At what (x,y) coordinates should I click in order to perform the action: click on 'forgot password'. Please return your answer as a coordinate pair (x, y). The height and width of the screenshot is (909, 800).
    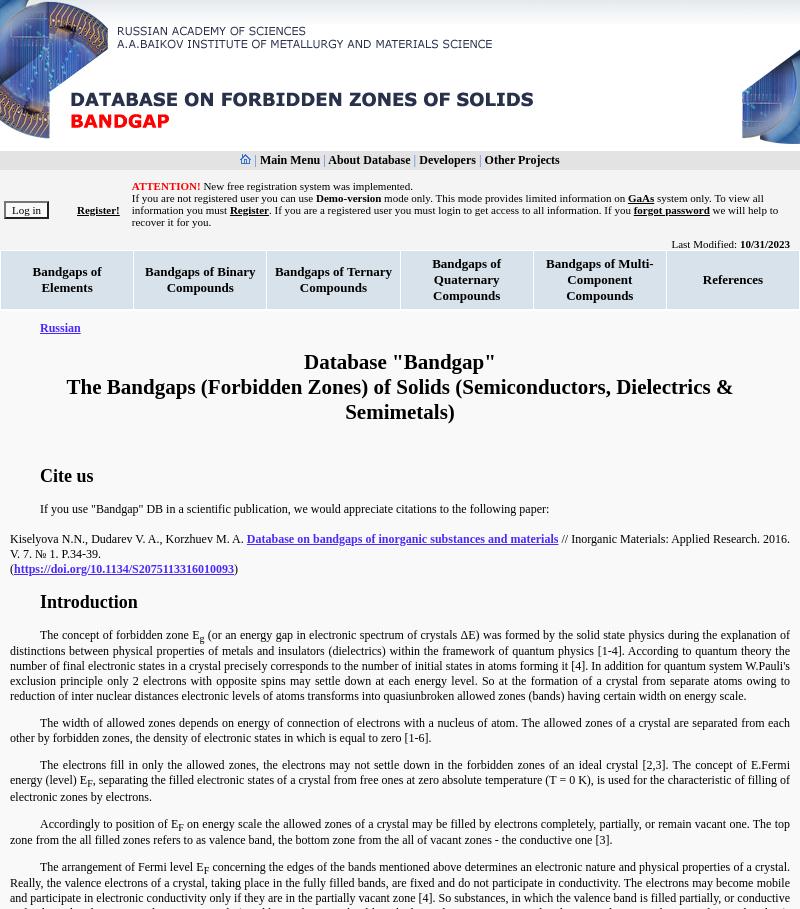
    Looking at the image, I should click on (670, 209).